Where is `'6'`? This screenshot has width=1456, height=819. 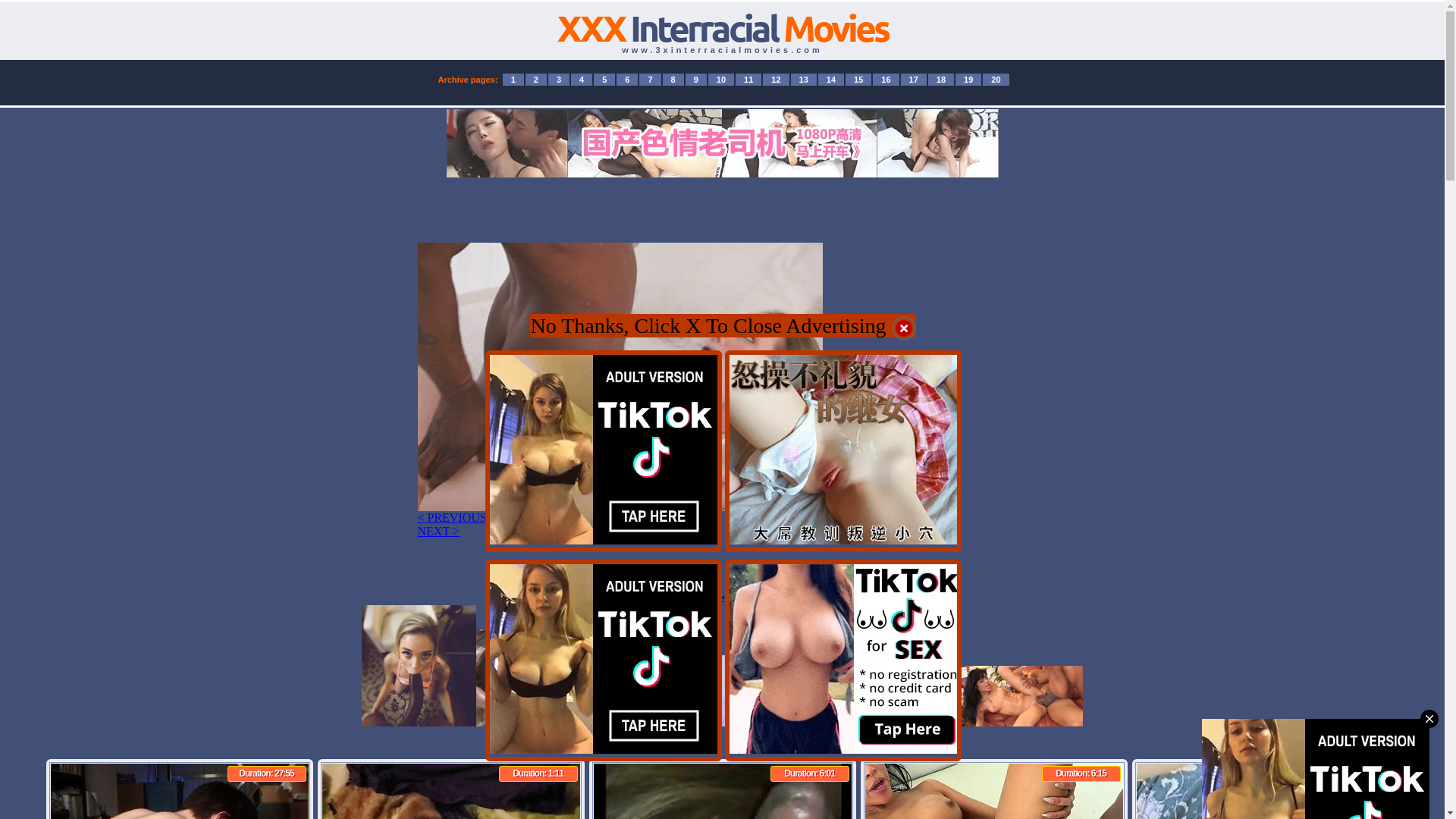
'6' is located at coordinates (626, 79).